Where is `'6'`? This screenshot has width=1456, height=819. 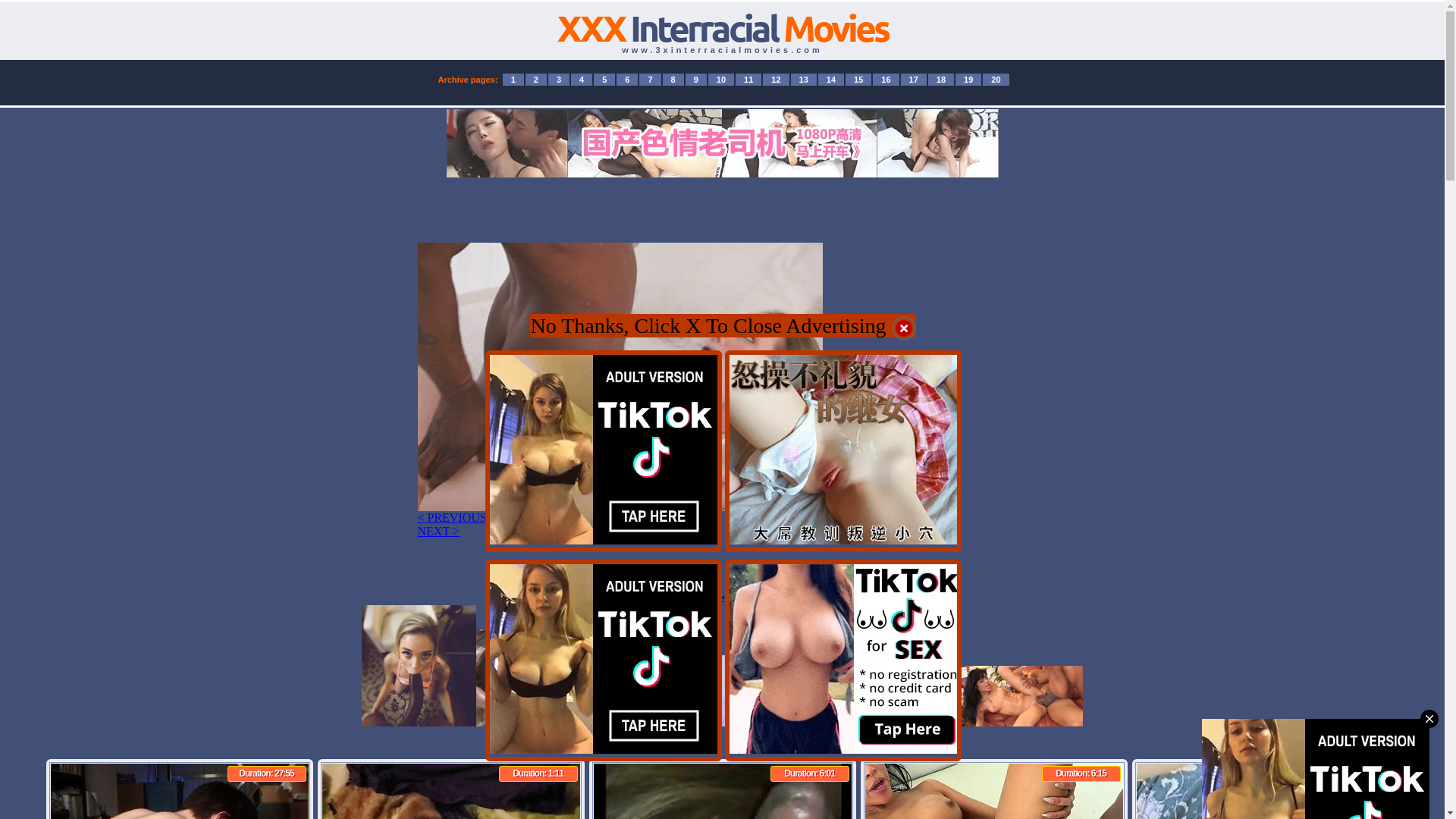
'6' is located at coordinates (626, 79).